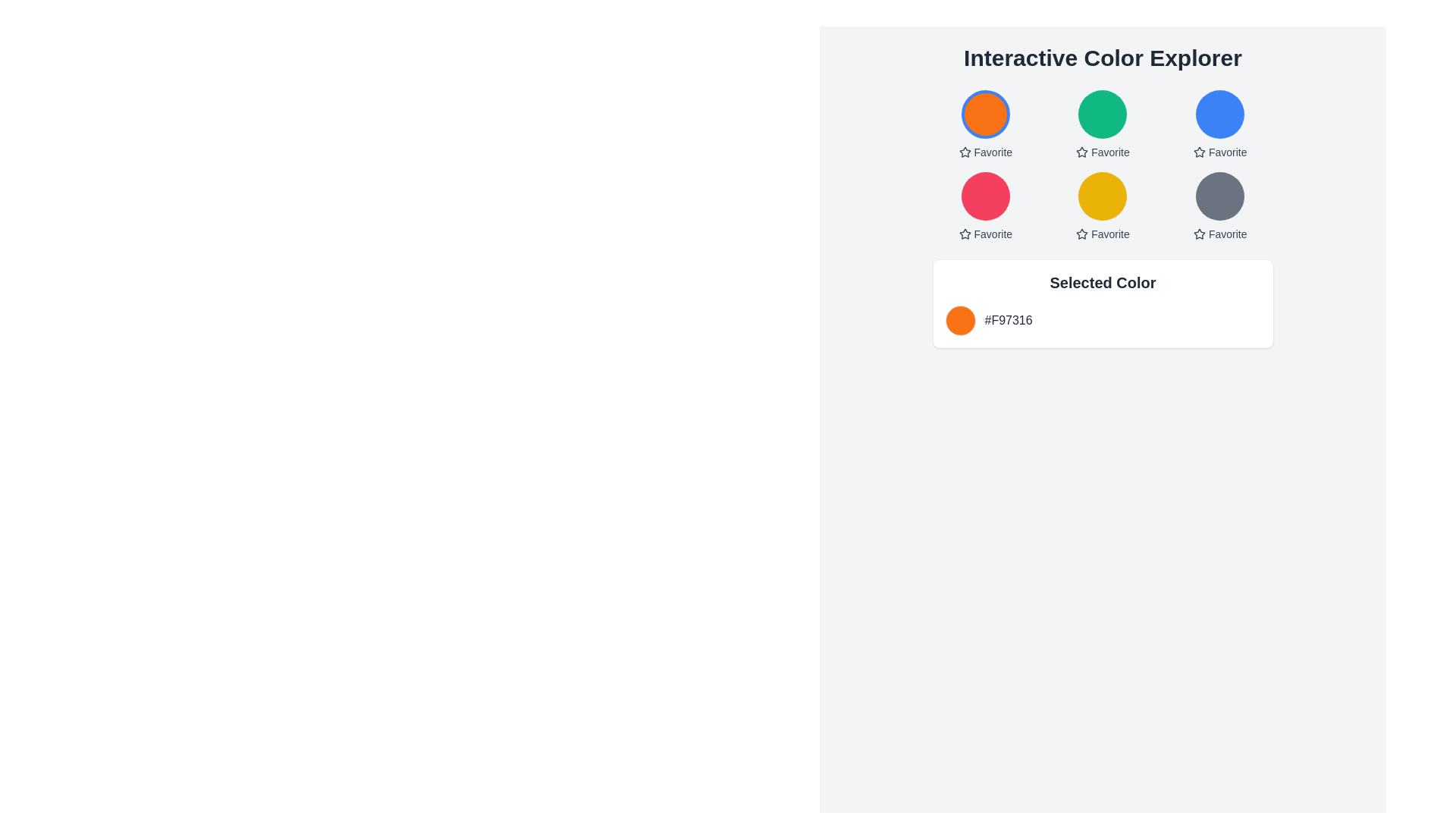 The height and width of the screenshot is (819, 1456). Describe the element at coordinates (1228, 234) in the screenshot. I see `the 'Favorite' text label positioned below the 'Interactive Color Explorer' title, which indicates marking something as a favorite` at that location.